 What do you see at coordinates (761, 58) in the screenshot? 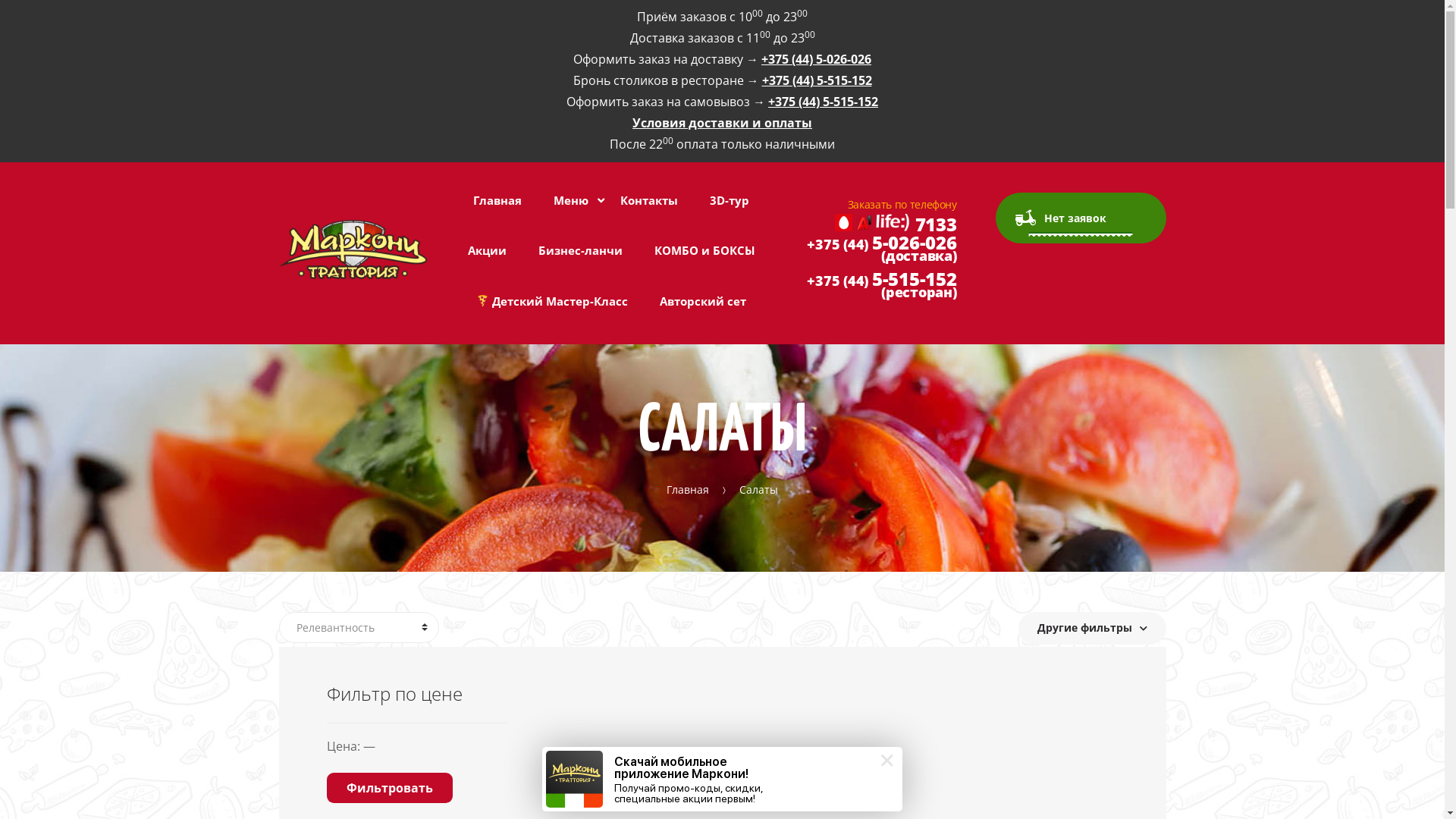
I see `'+375 (44) 5-026-026'` at bounding box center [761, 58].